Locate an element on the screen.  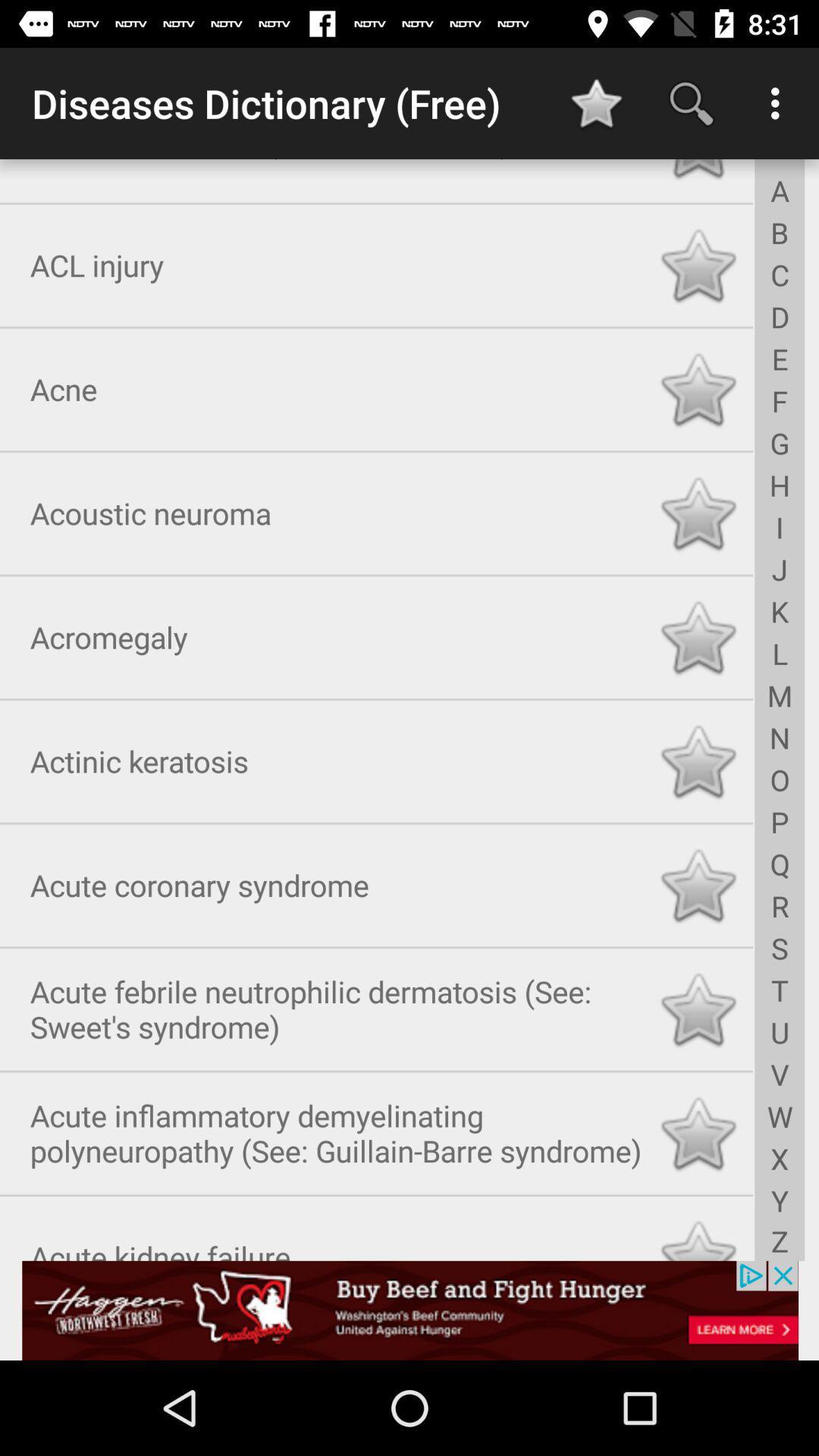
click star to favorite is located at coordinates (698, 634).